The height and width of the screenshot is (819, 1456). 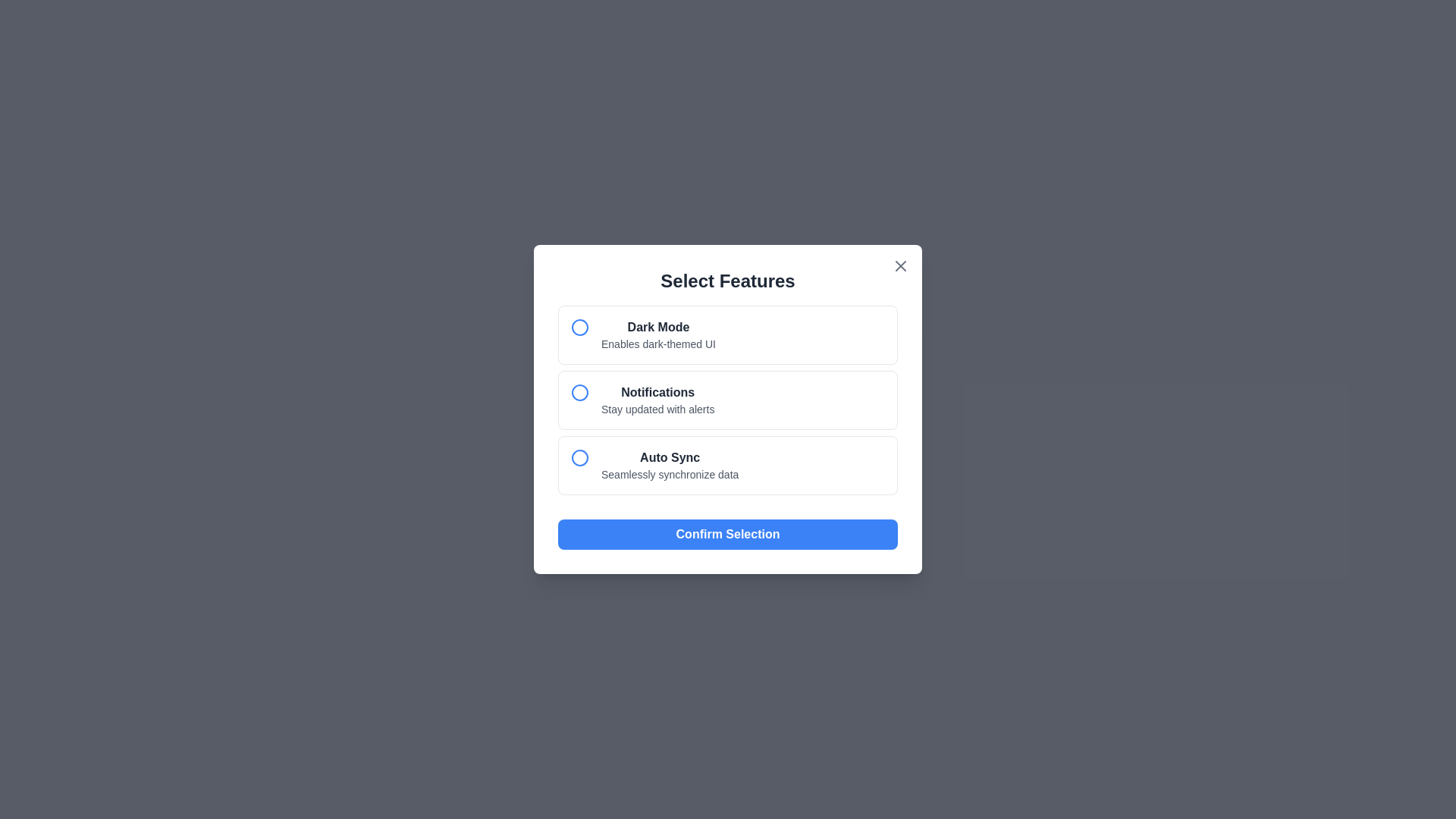 What do you see at coordinates (728, 464) in the screenshot?
I see `the feature option Auto Sync to highlight it` at bounding box center [728, 464].